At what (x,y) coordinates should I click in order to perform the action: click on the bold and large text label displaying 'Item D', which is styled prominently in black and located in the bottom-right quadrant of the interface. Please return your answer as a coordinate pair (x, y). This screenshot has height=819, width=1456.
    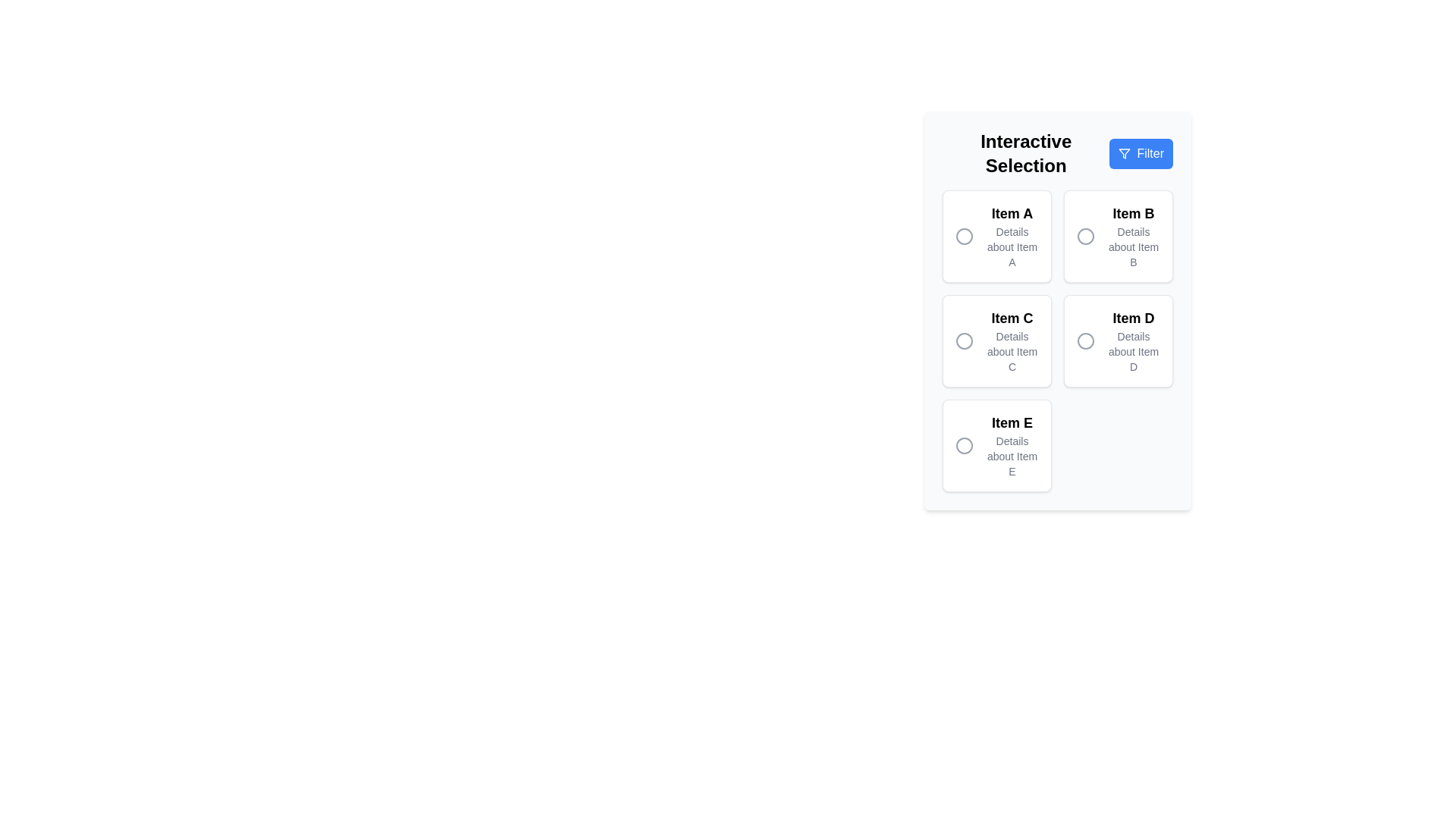
    Looking at the image, I should click on (1133, 318).